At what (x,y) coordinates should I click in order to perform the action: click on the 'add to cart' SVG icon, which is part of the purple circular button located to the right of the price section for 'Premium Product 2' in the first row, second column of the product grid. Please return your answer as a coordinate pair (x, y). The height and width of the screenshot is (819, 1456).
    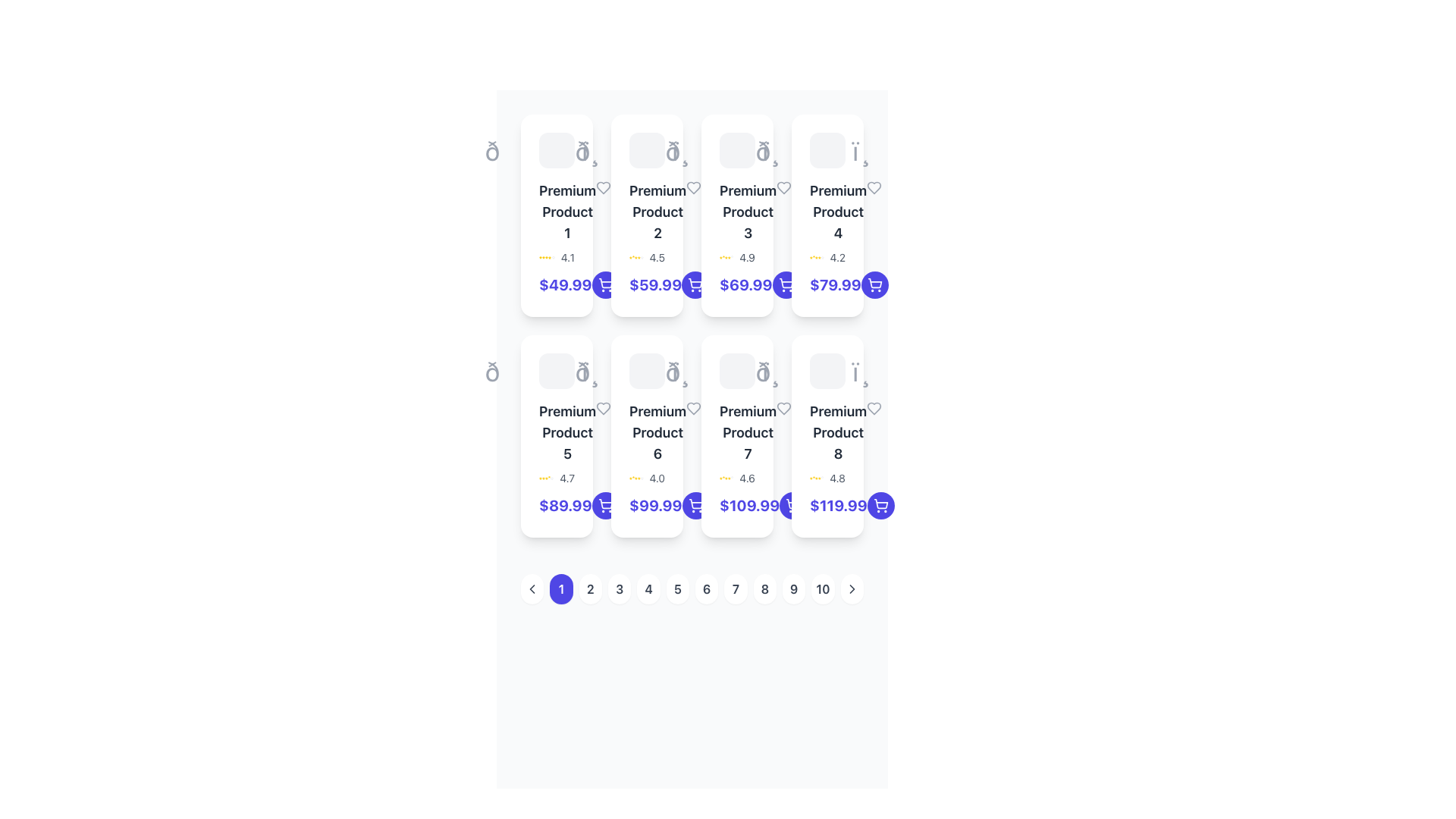
    Looking at the image, I should click on (695, 284).